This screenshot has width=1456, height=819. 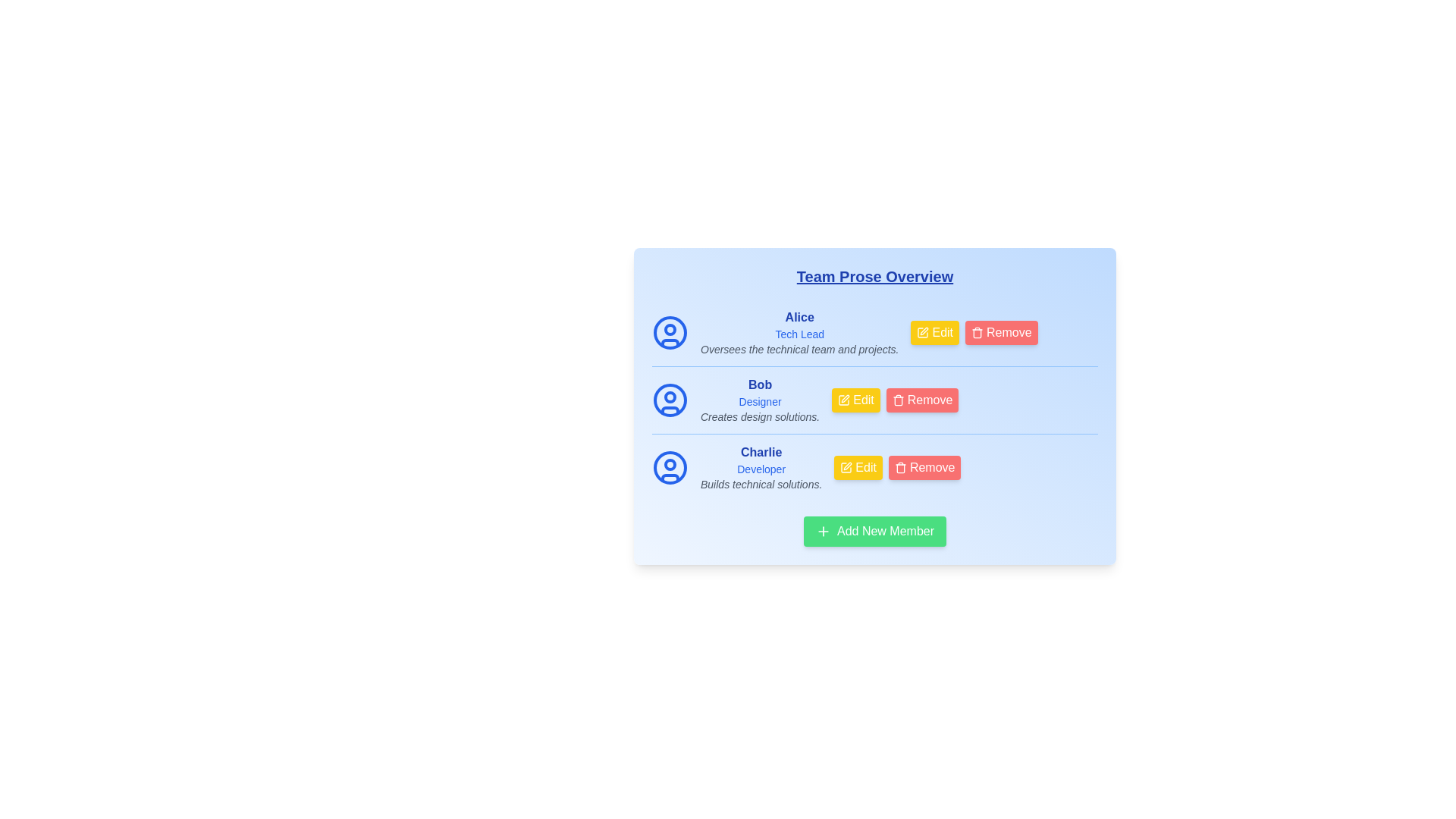 I want to click on the 'Edit' button containing the yellow pen icon next to the 'Bob' entry in the user list table, so click(x=843, y=400).